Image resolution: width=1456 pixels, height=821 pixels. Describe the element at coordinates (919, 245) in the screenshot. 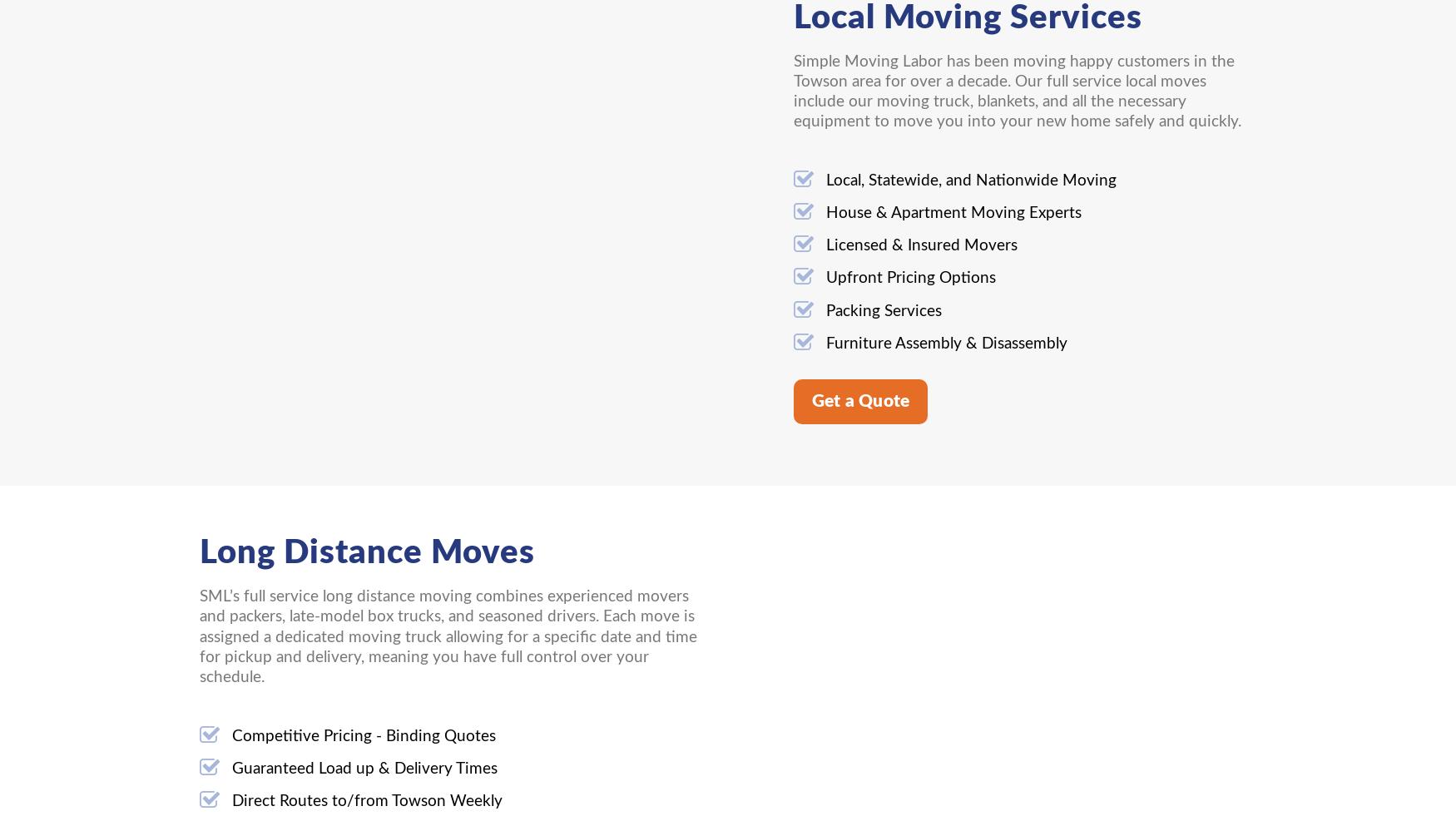

I see `'Licensed & Insured Movers'` at that location.